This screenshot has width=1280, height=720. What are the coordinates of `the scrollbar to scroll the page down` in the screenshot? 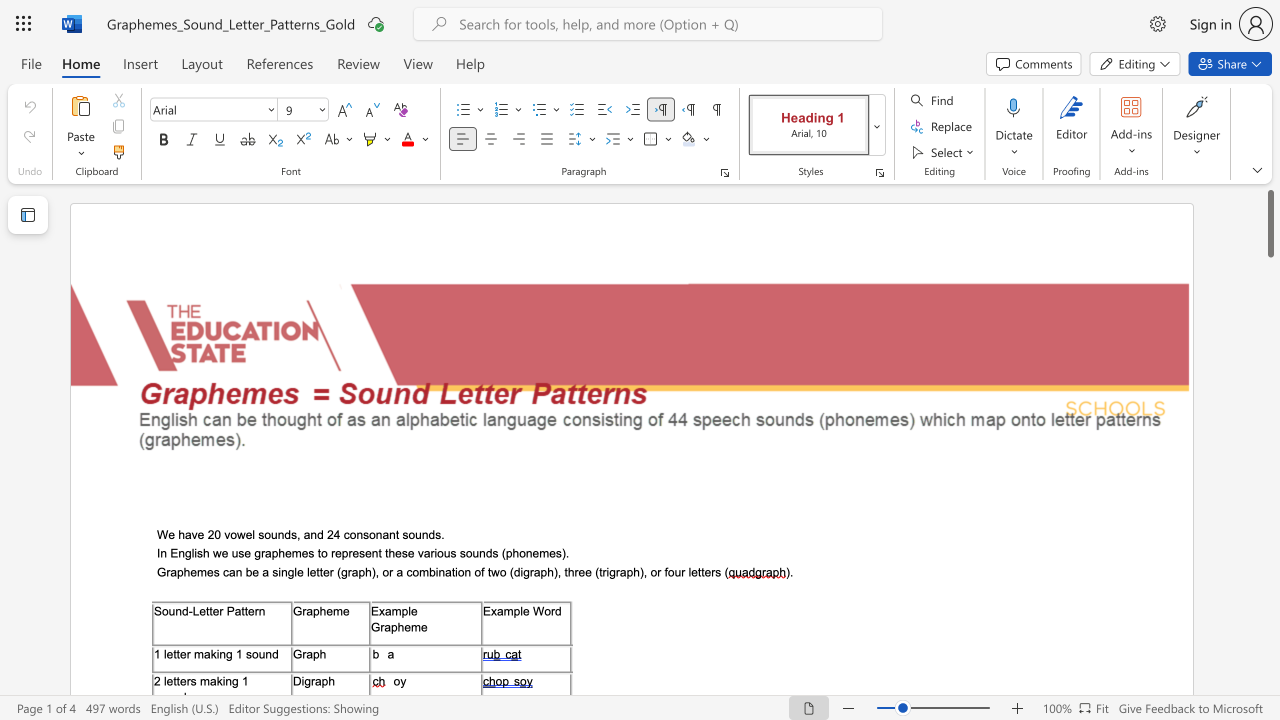 It's located at (1269, 570).